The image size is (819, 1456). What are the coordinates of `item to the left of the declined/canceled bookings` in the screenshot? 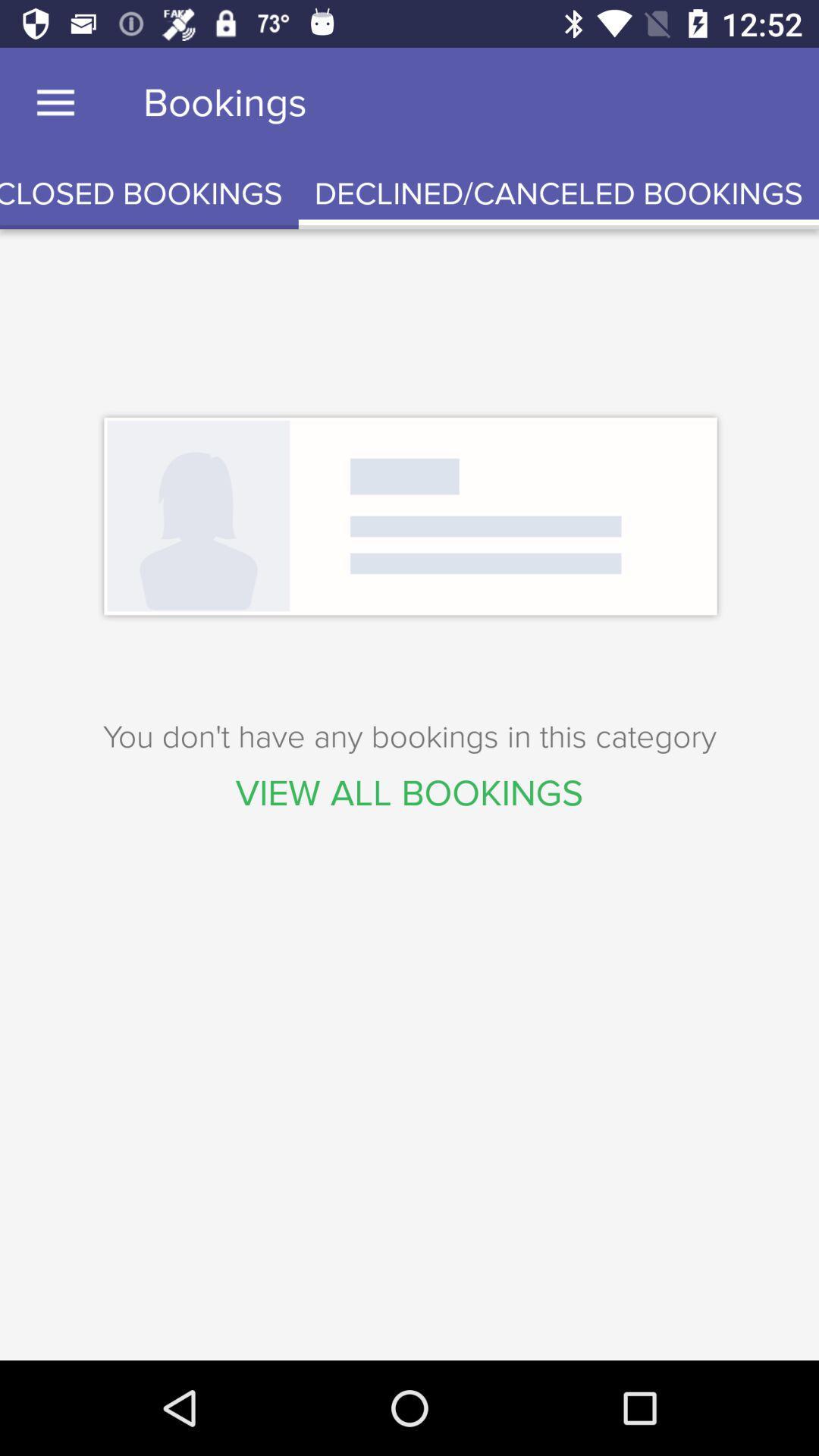 It's located at (149, 193).